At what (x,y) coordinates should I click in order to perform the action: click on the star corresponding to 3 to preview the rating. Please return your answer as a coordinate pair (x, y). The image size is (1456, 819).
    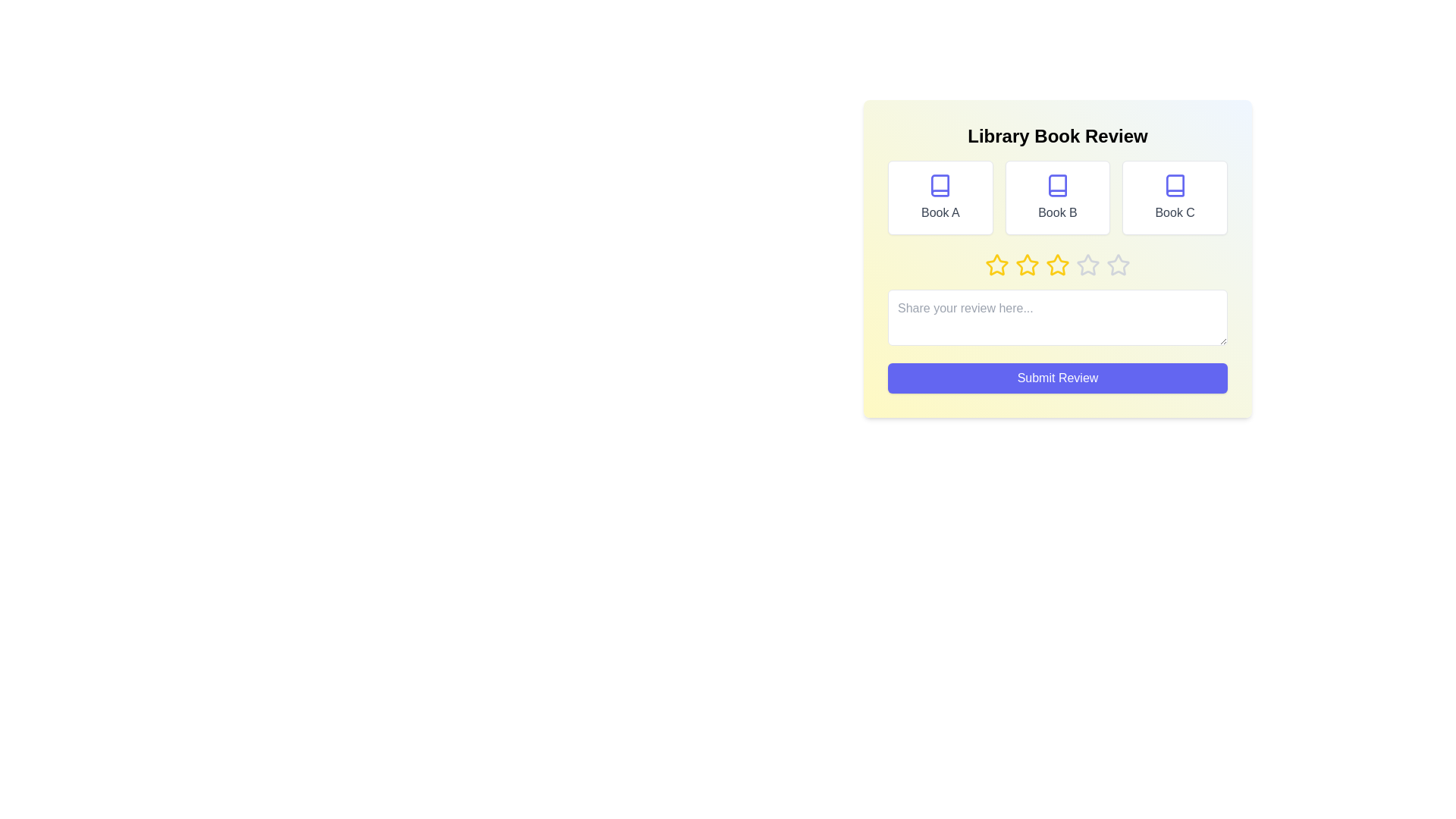
    Looking at the image, I should click on (1057, 265).